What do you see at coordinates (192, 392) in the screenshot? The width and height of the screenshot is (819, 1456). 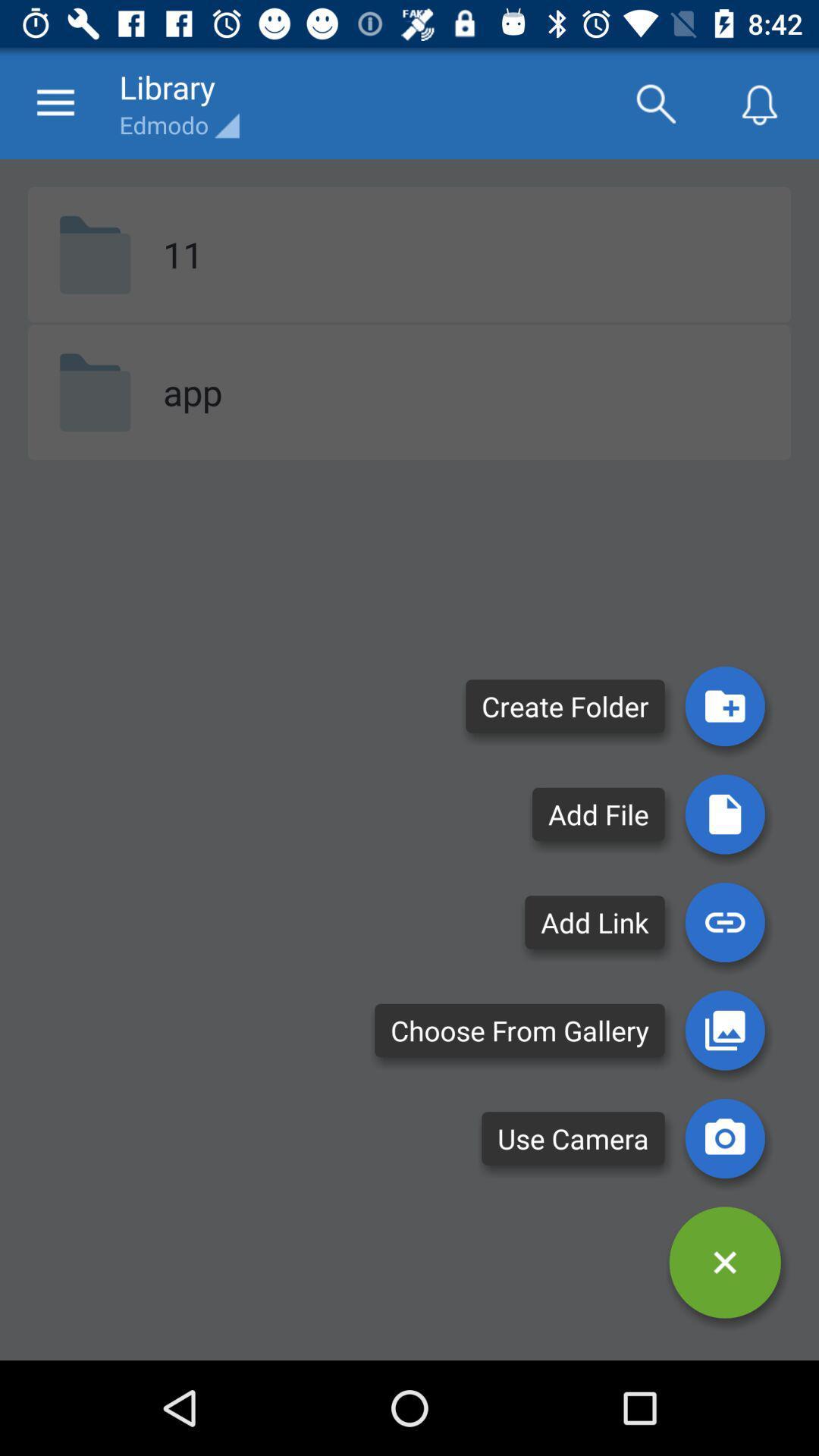 I see `the app icon` at bounding box center [192, 392].